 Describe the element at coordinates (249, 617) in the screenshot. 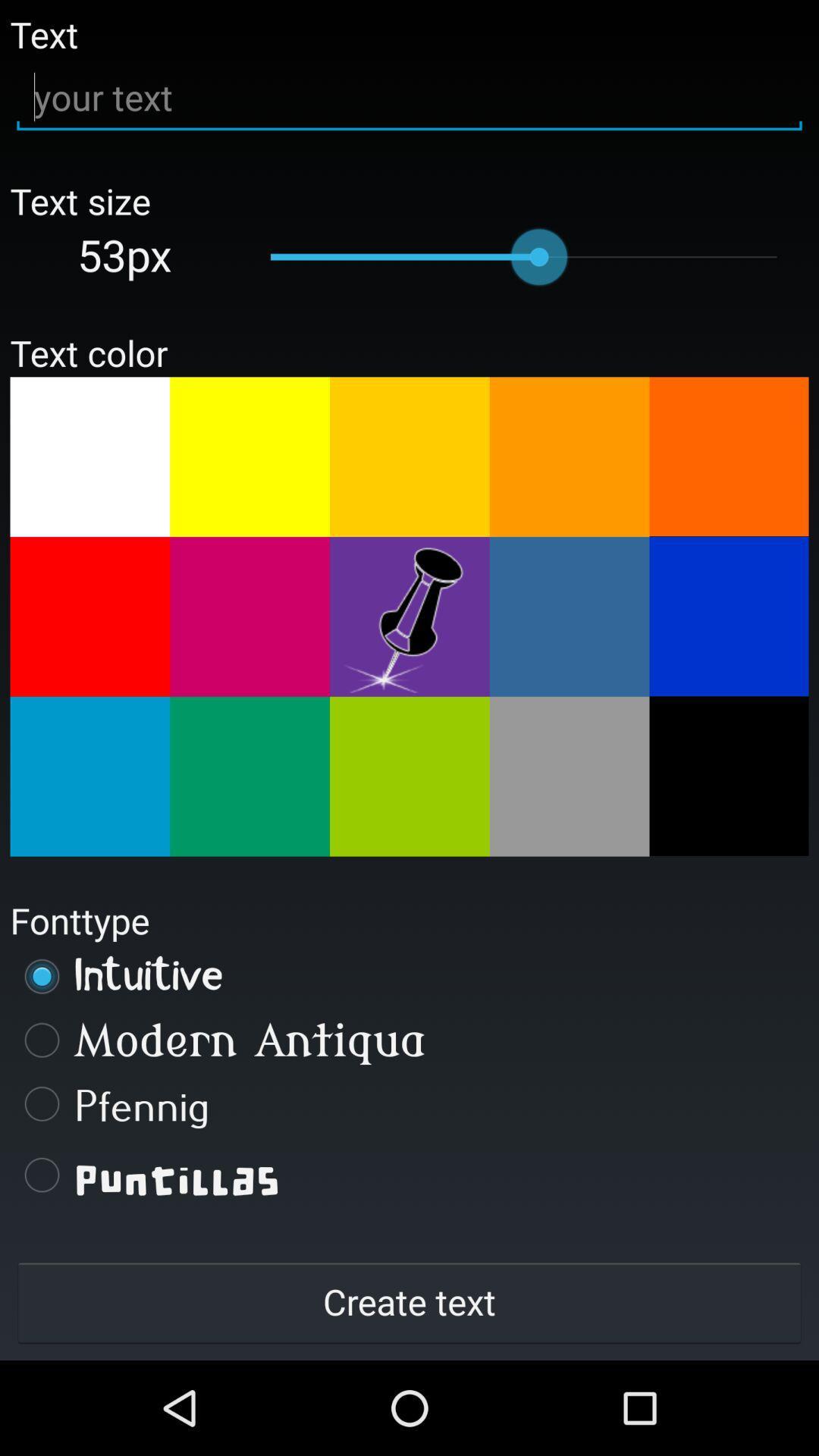

I see `choose text color` at that location.